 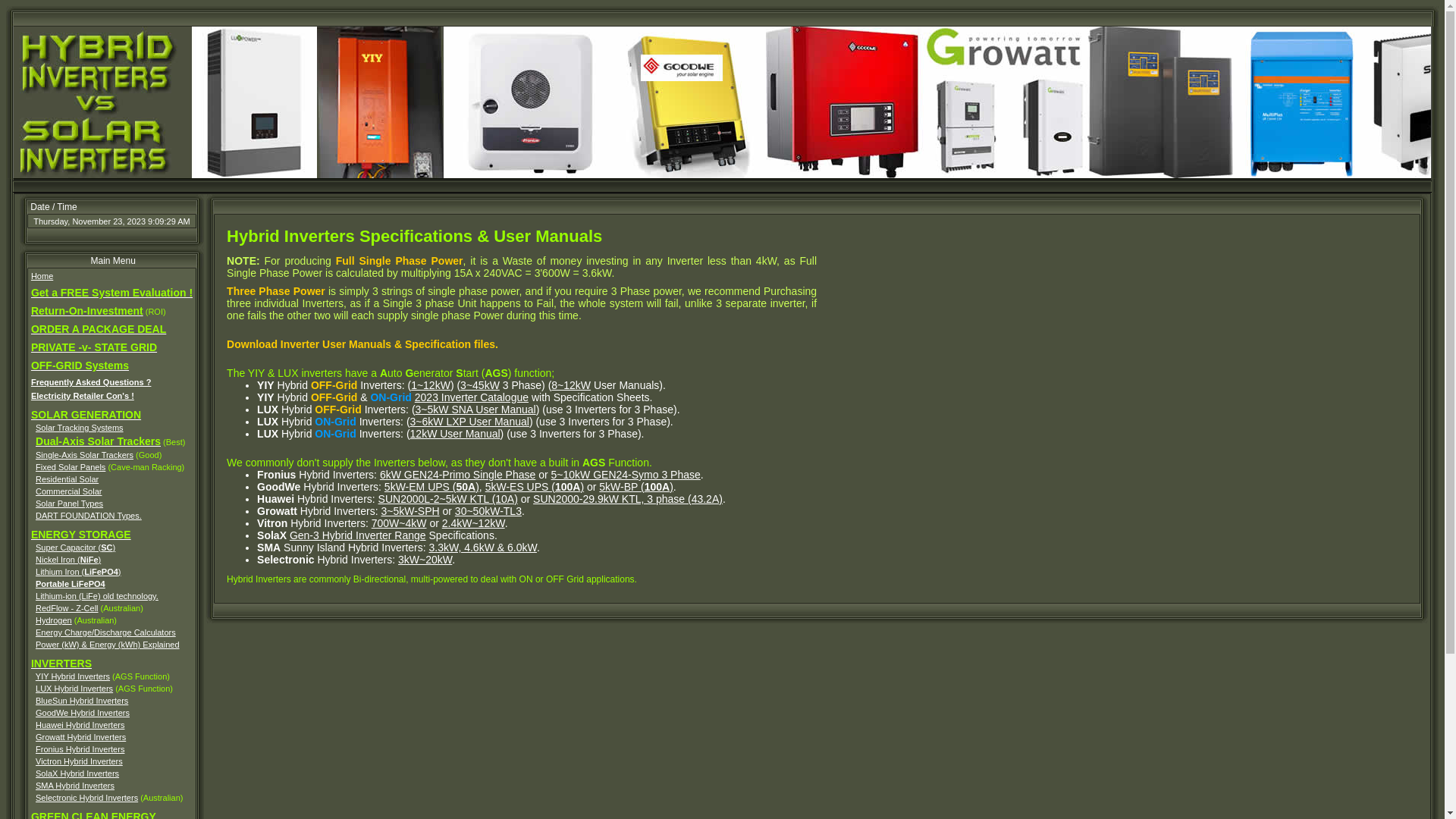 I want to click on 'Solar Panel Types', so click(x=68, y=503).